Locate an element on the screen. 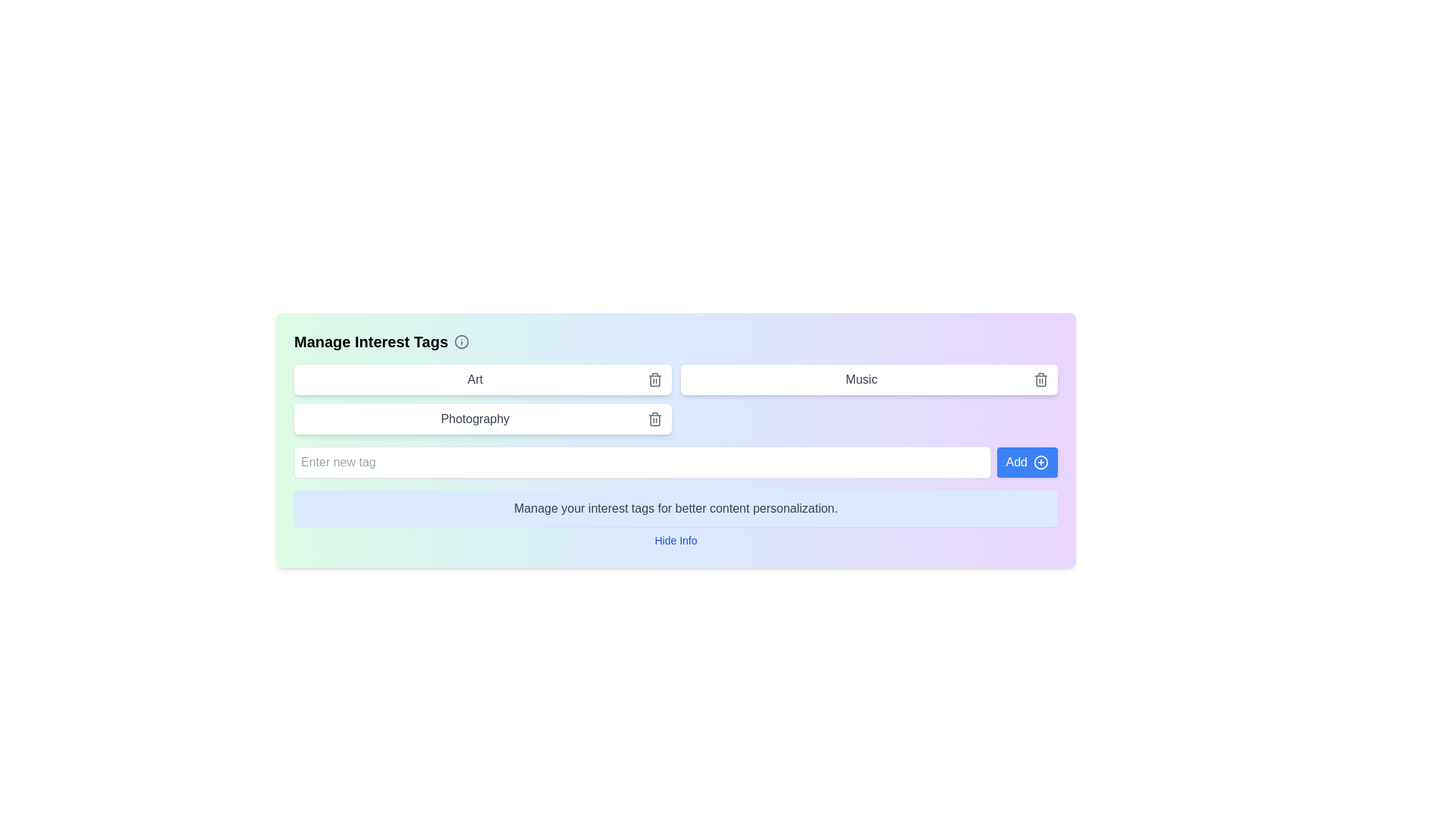 The height and width of the screenshot is (819, 1456). the text label displaying 'Manage your interest tags for better content personalization.' which has a light blue background and gray text, located above the 'Hide Info' link is located at coordinates (675, 509).